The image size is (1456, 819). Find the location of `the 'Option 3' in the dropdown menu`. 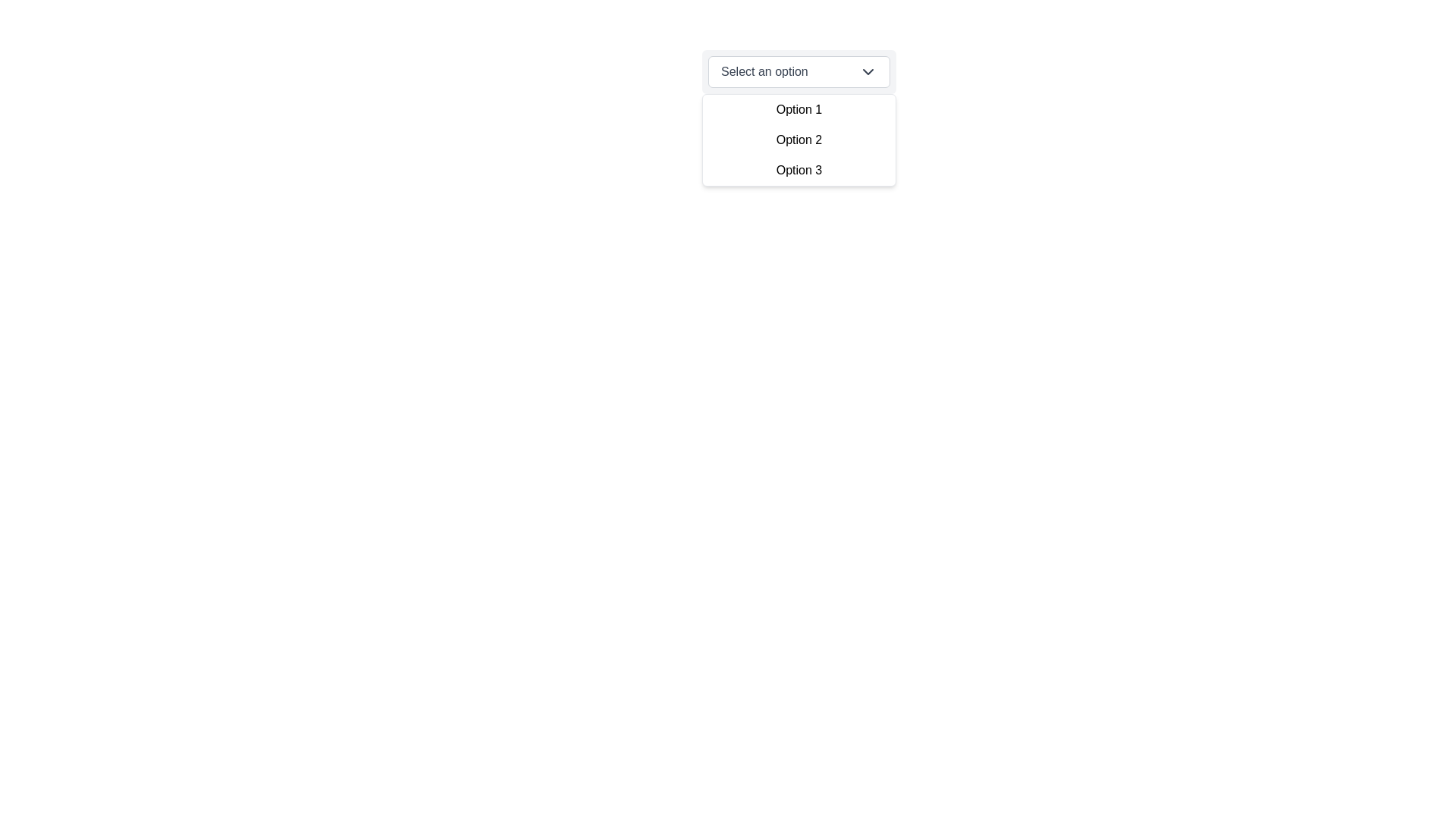

the 'Option 3' in the dropdown menu is located at coordinates (799, 170).